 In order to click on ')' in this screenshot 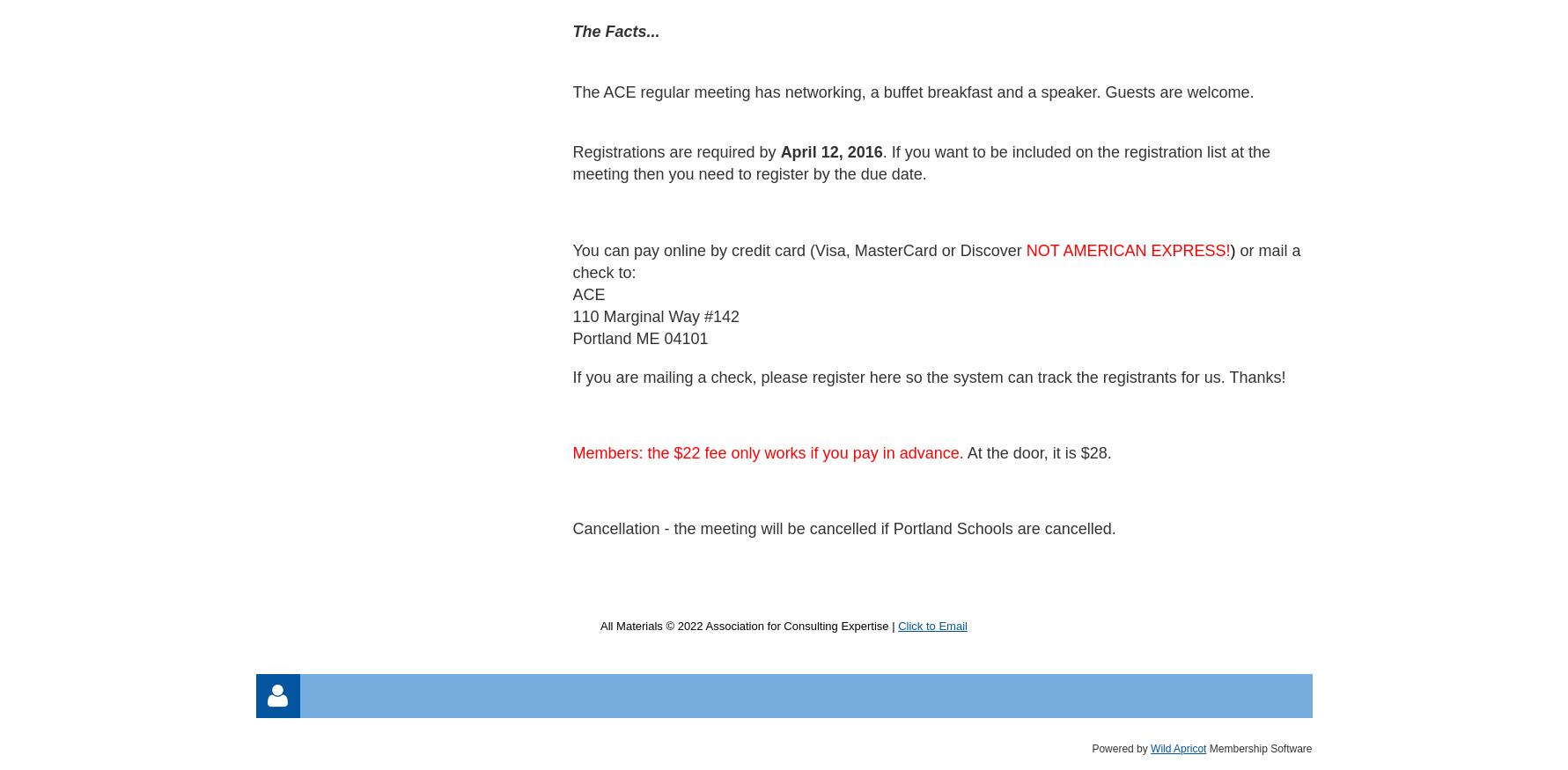, I will do `click(1229, 249)`.